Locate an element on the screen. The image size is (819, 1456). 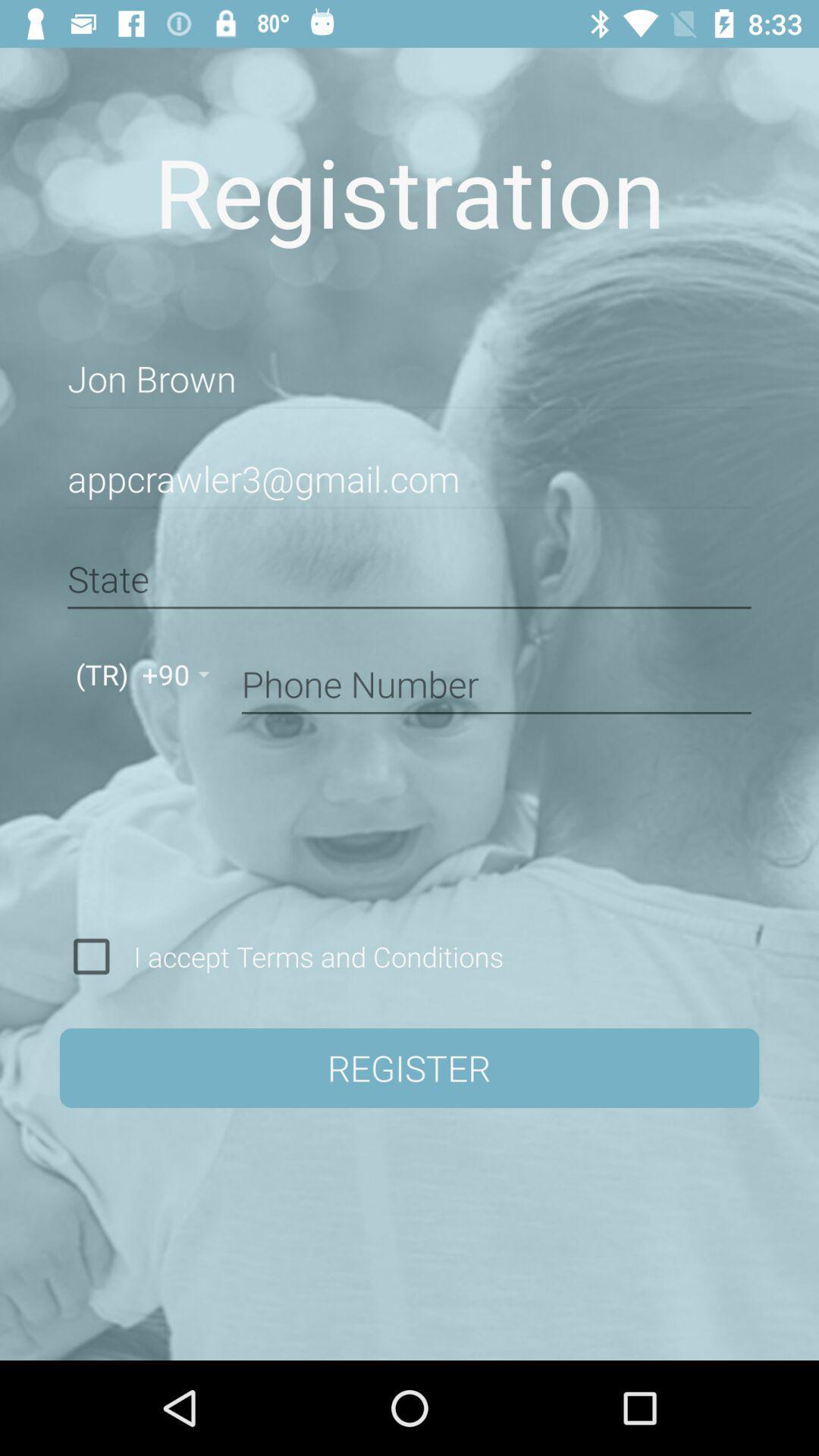
phone number is located at coordinates (496, 681).